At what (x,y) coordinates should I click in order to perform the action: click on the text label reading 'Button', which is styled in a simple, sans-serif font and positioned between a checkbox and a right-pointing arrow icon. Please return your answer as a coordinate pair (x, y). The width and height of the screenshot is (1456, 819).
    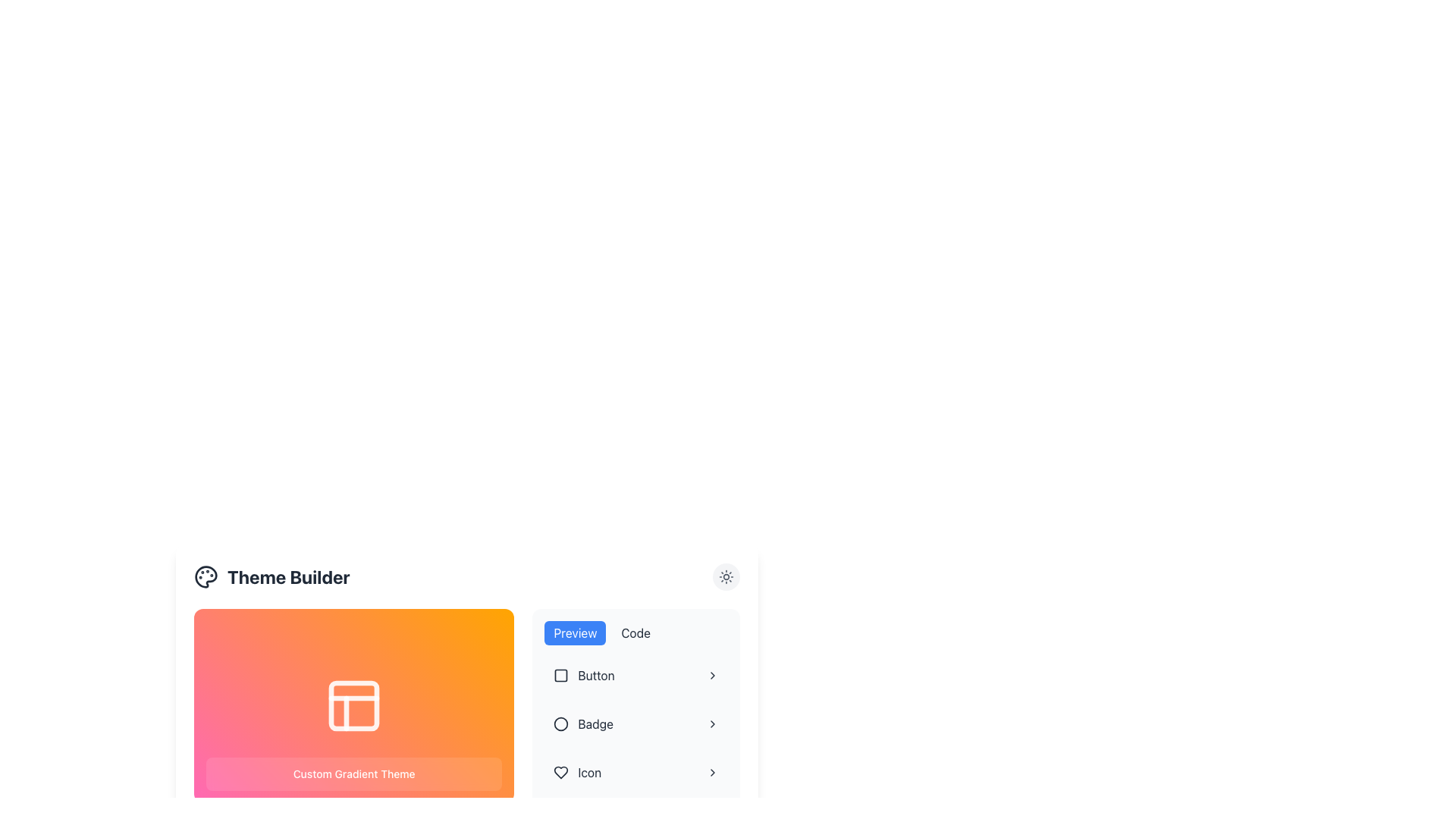
    Looking at the image, I should click on (595, 675).